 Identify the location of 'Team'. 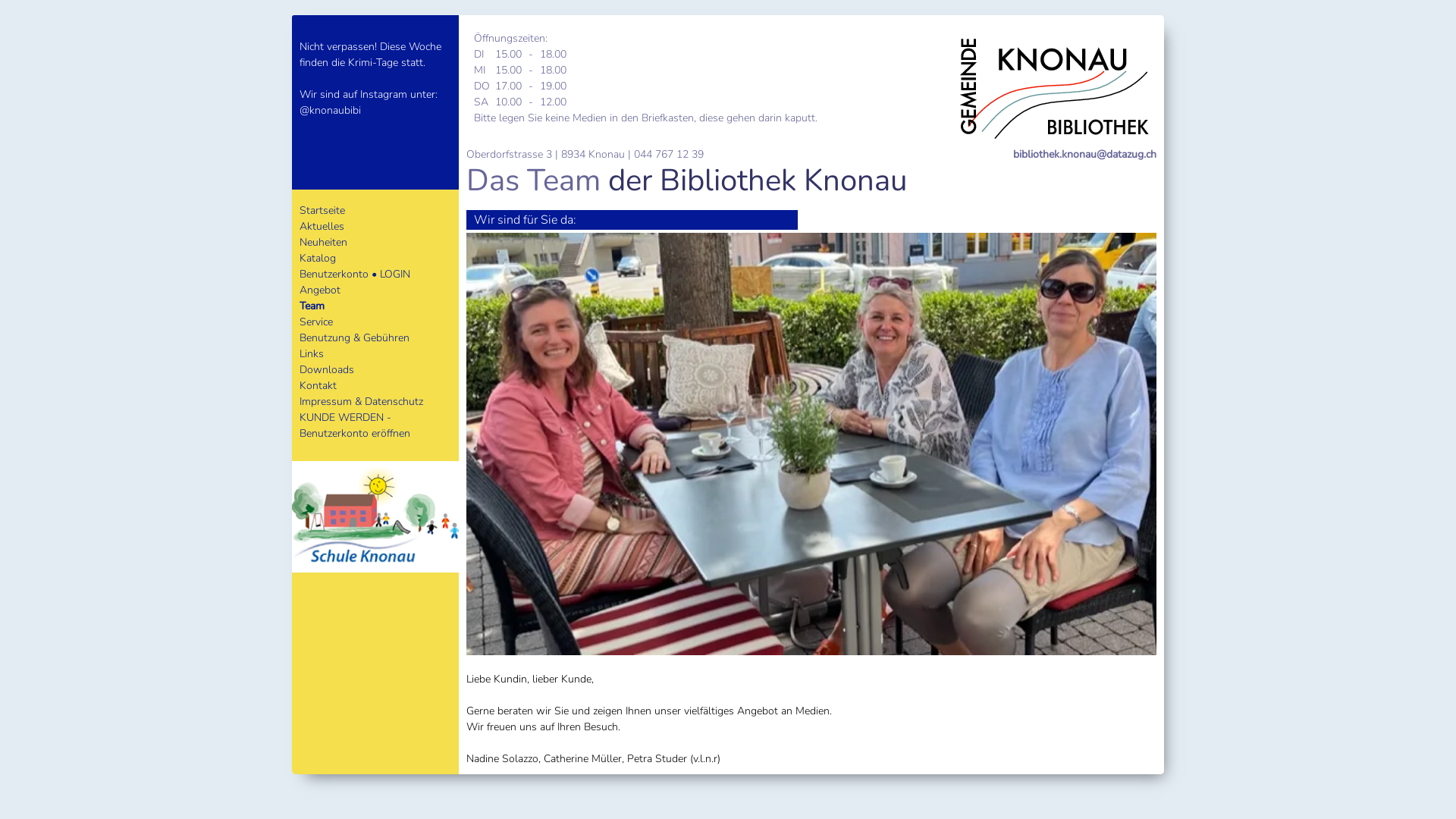
(311, 306).